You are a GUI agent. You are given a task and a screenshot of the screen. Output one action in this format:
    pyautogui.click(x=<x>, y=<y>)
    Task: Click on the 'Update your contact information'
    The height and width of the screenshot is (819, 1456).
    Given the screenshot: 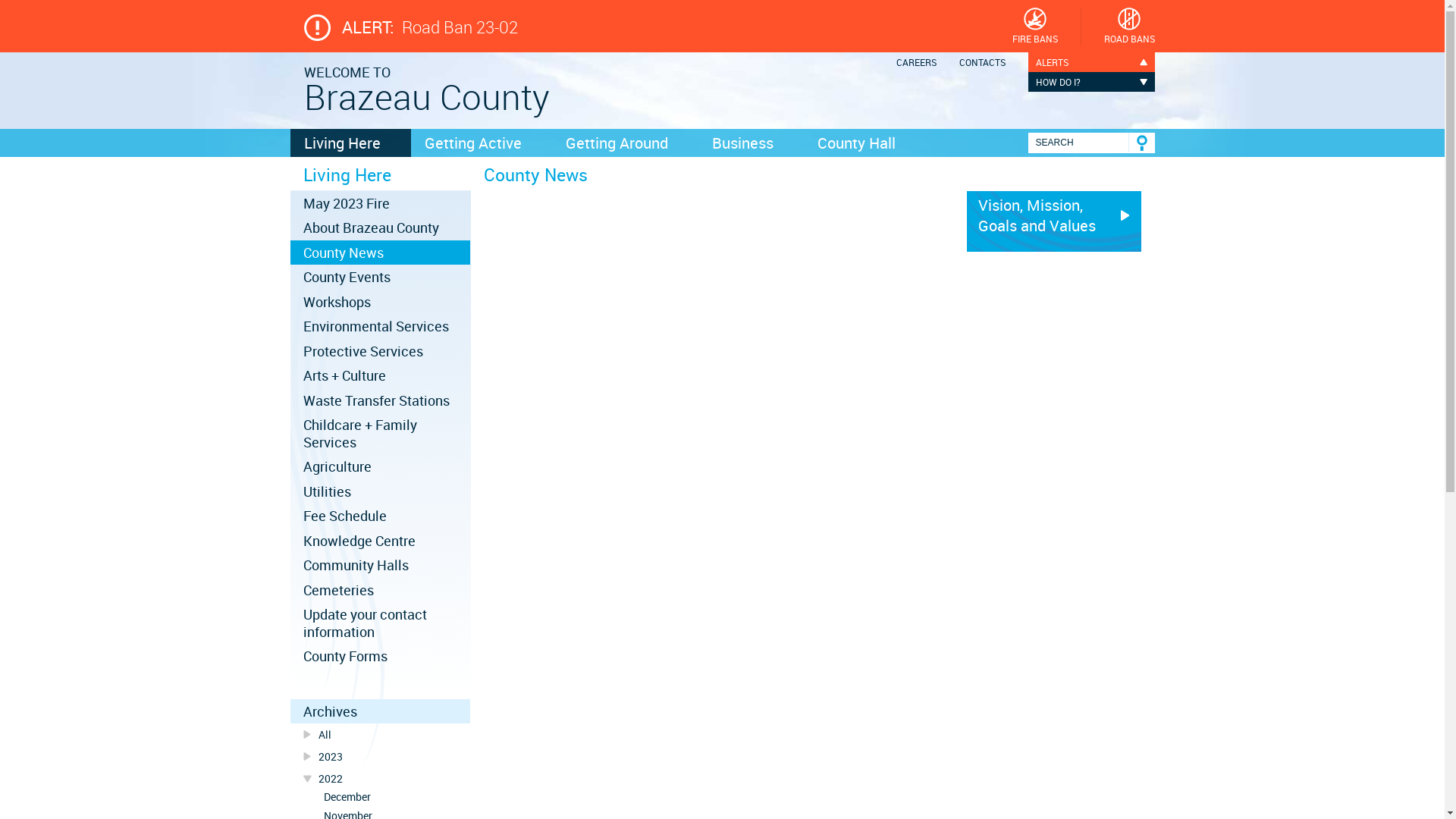 What is the action you would take?
    pyautogui.click(x=379, y=623)
    